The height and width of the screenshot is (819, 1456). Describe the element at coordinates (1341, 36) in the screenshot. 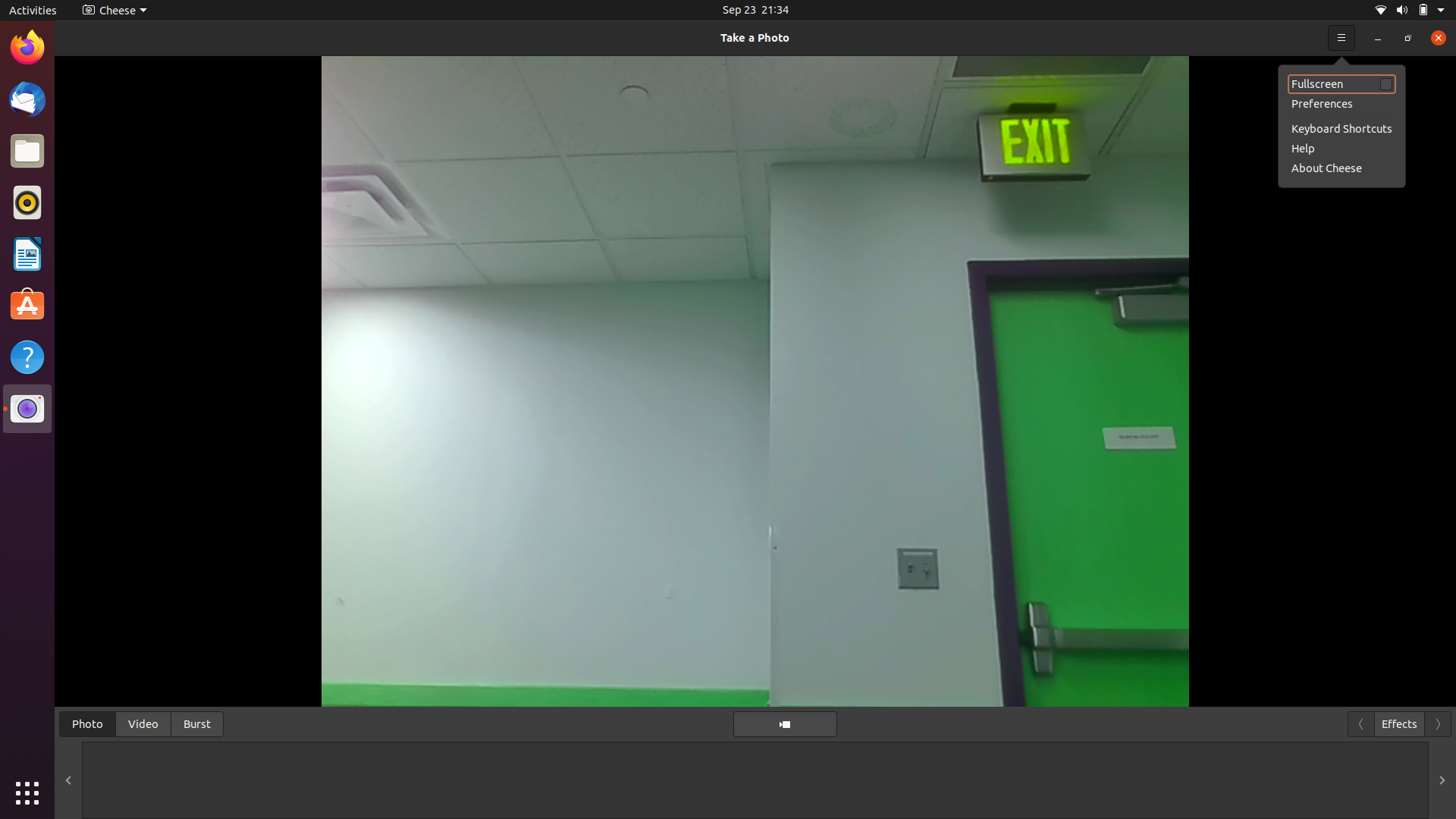

I see `Retrieve the tutorial information for the camera` at that location.